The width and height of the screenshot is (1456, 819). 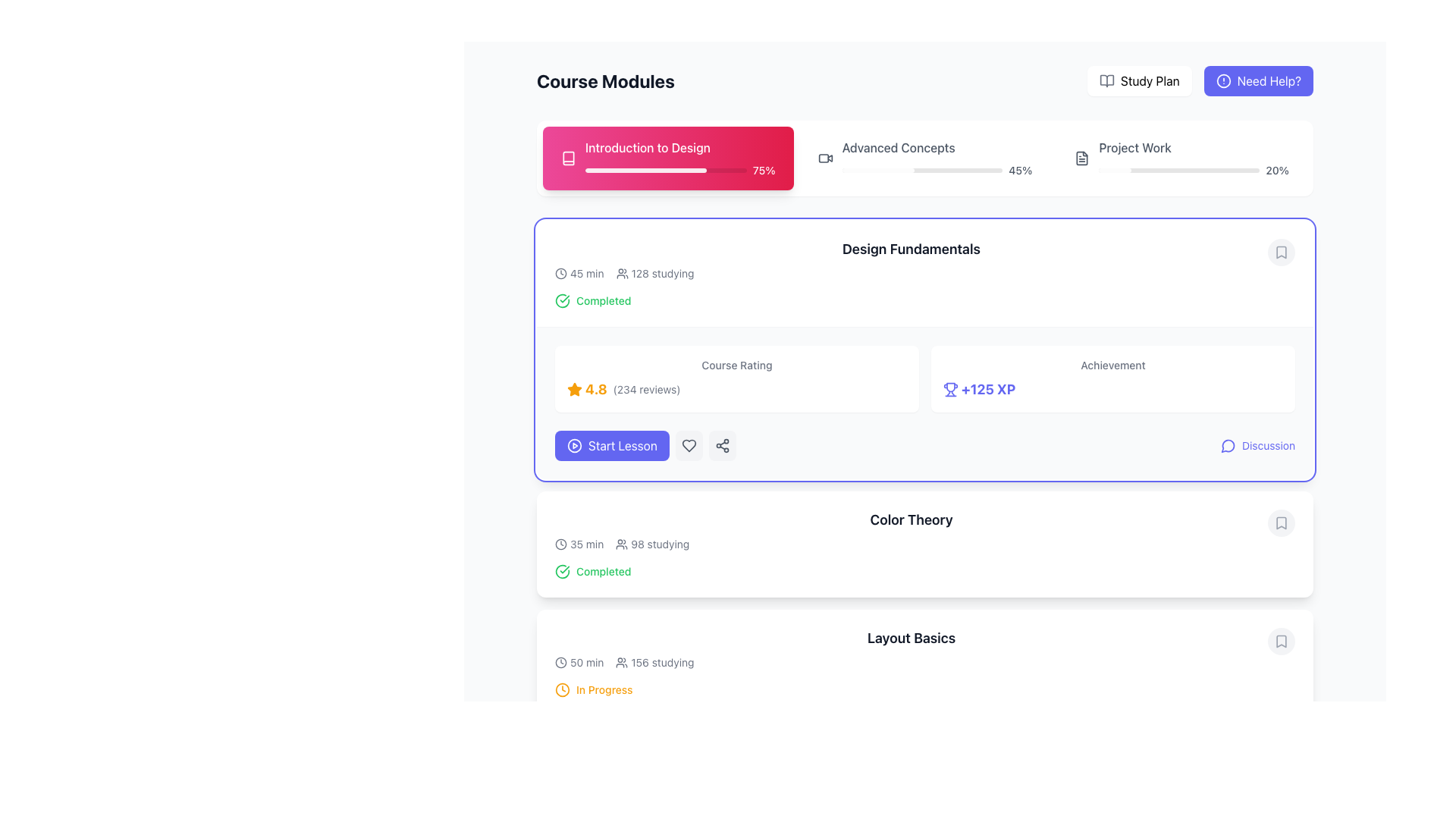 What do you see at coordinates (1258, 81) in the screenshot?
I see `the help button located at the top-right of the interface, adjacent to the 'Study Plan' button` at bounding box center [1258, 81].